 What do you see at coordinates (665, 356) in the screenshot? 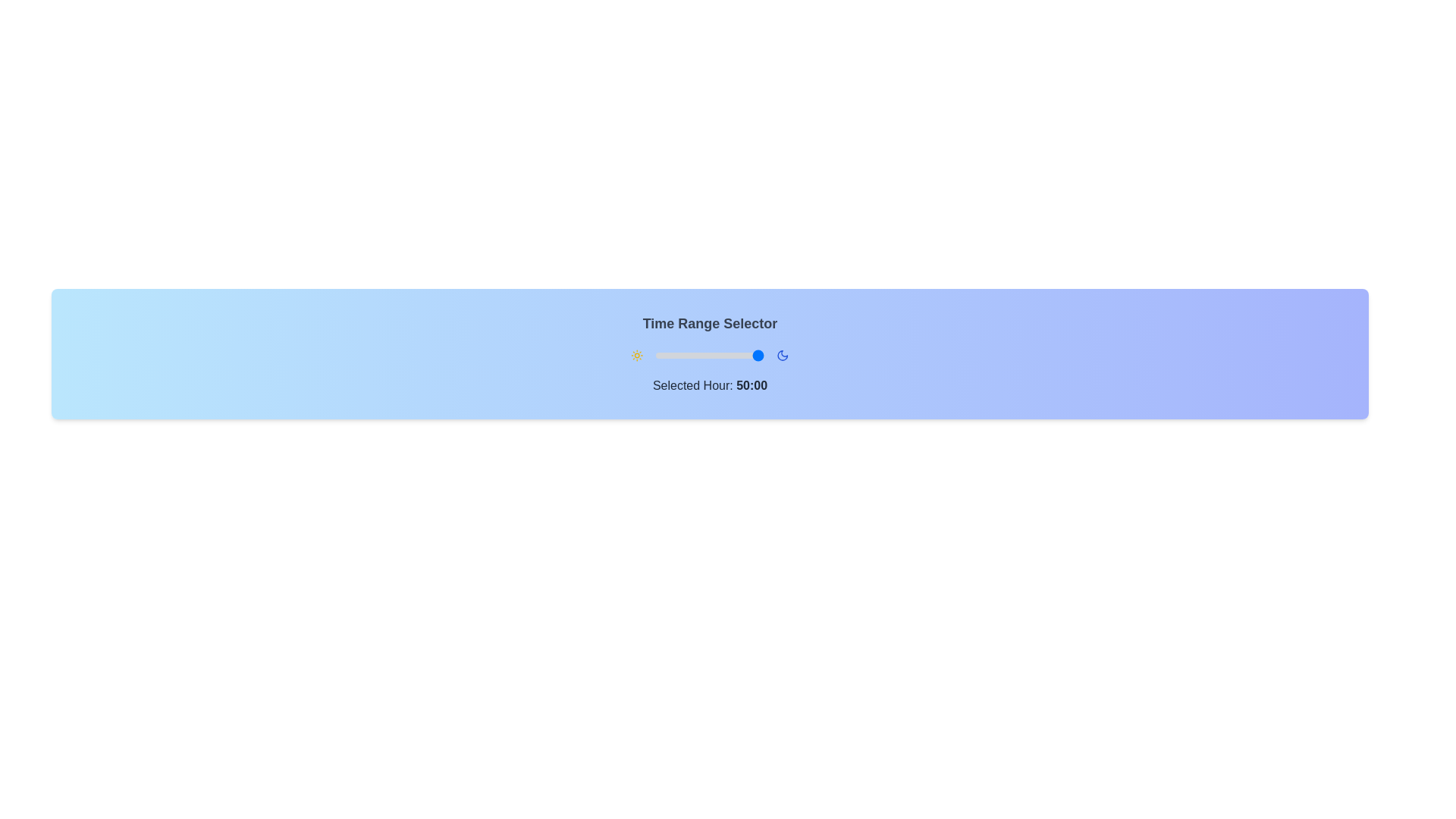
I see `the time range slider to set the time to 3` at bounding box center [665, 356].